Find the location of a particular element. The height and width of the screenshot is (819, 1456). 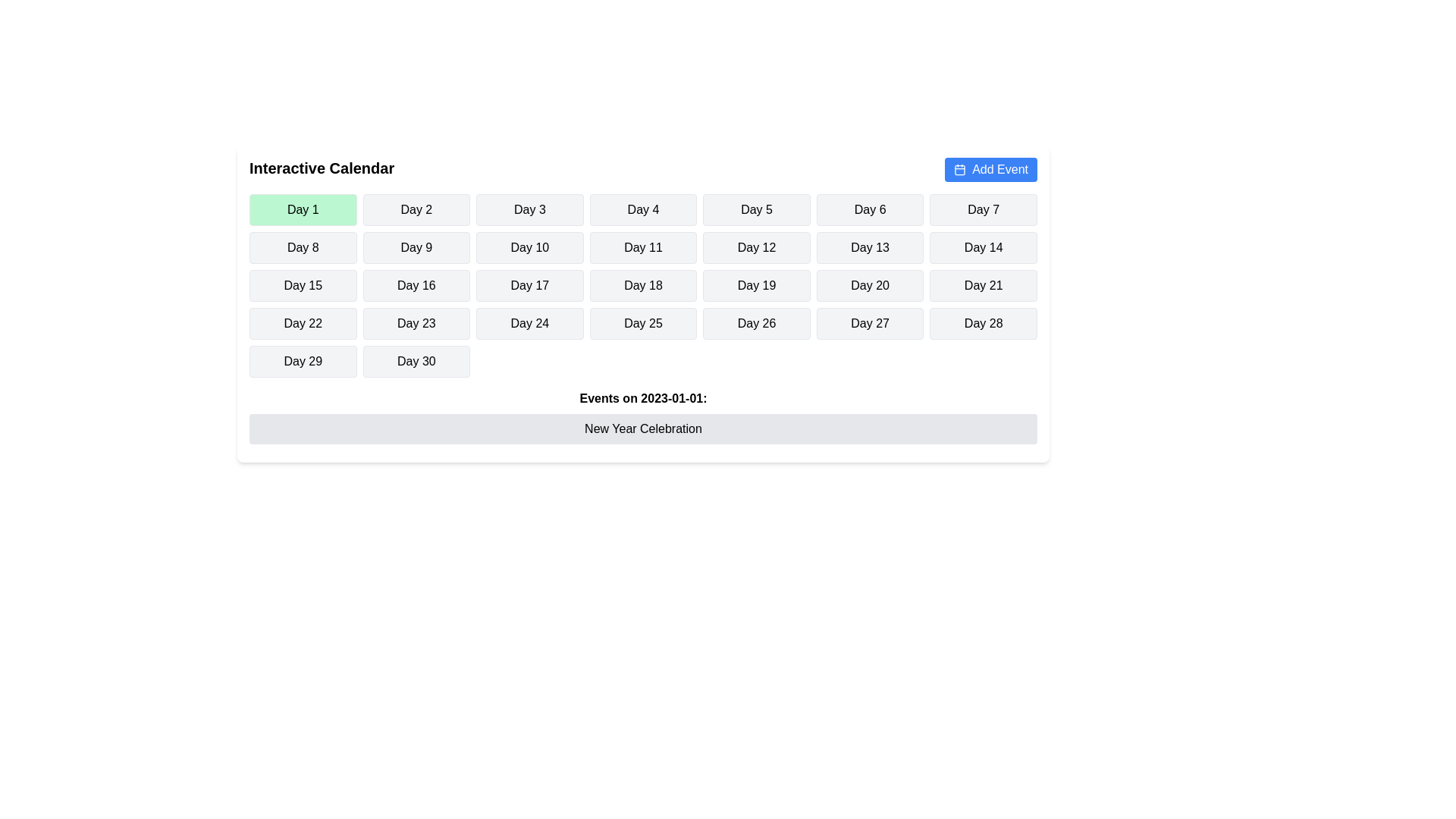

the button representing the 18th day in the calendar layout to observe hover effects is located at coordinates (643, 286).